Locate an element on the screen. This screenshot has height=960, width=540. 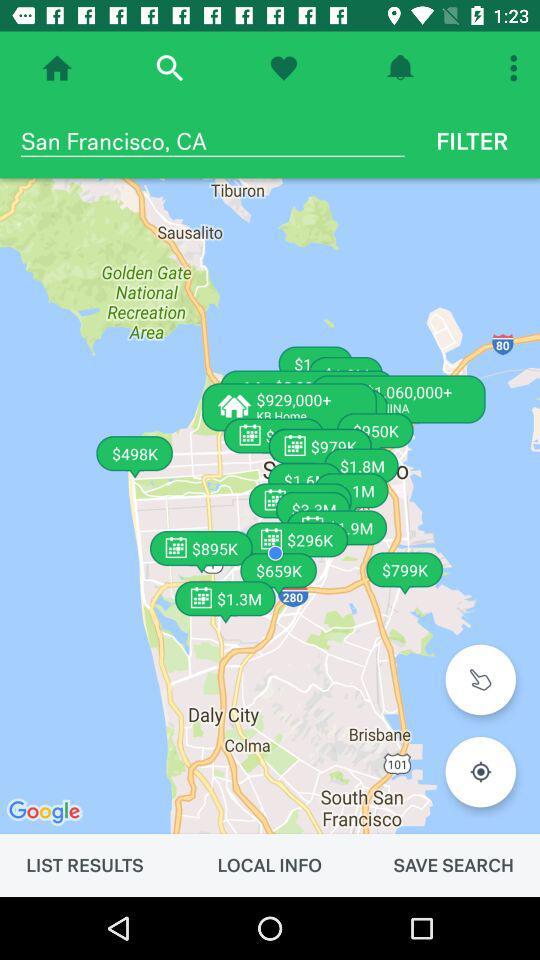
icon above the save search item is located at coordinates (479, 771).